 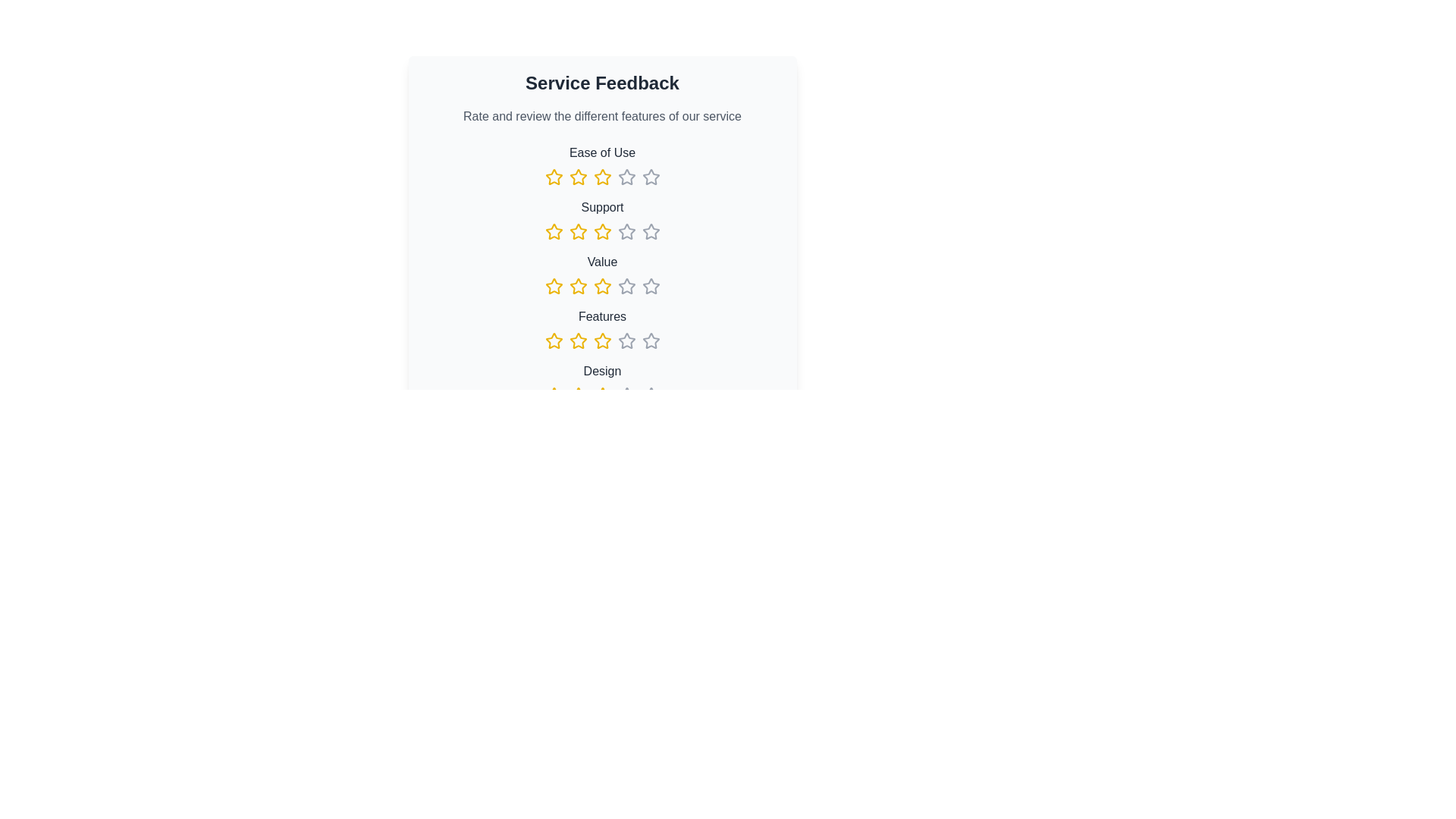 I want to click on the second star-shaped button in the feedback form under the 'Support' category, so click(x=577, y=231).